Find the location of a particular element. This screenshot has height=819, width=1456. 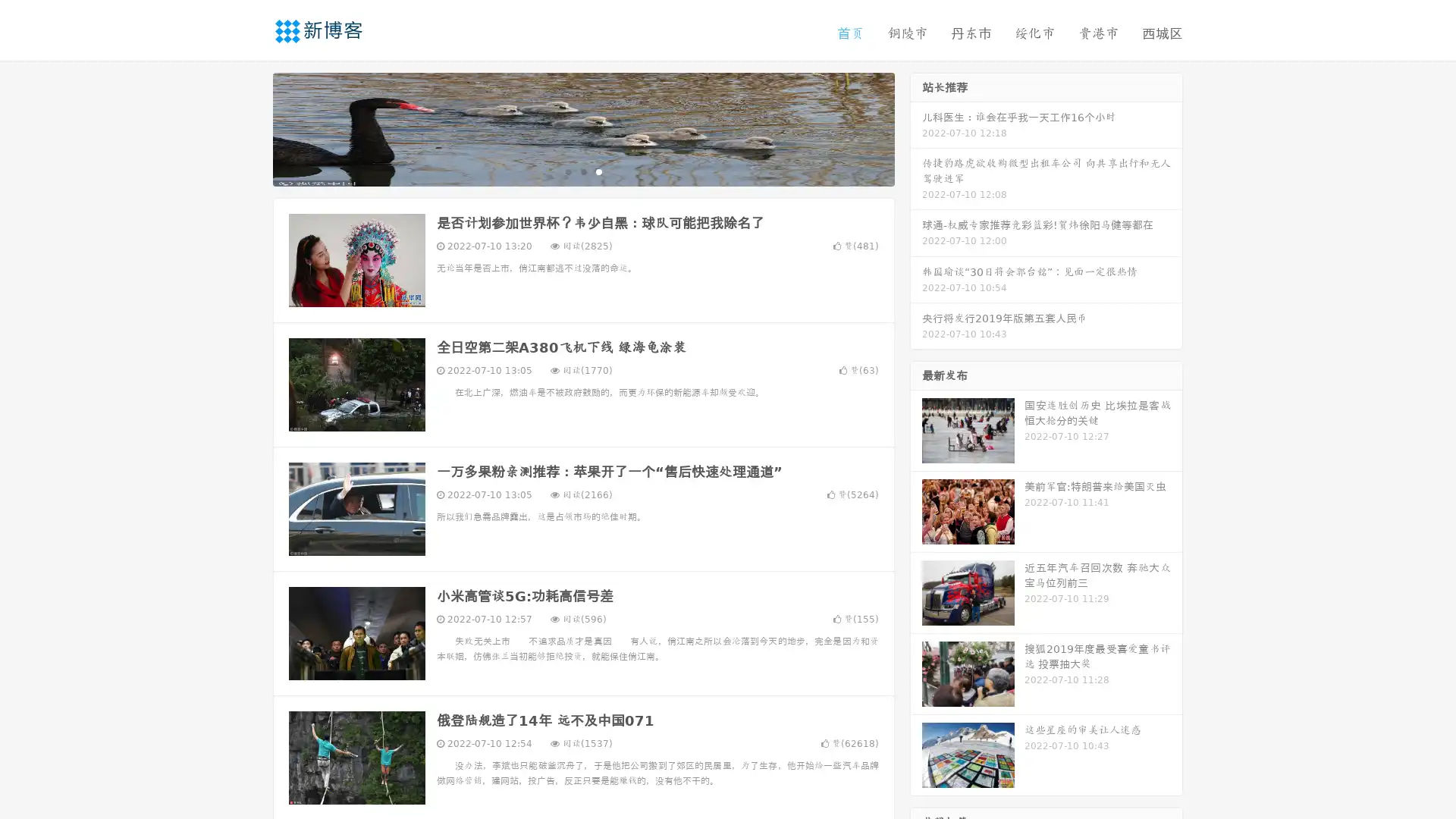

Go to slide 1 is located at coordinates (567, 171).